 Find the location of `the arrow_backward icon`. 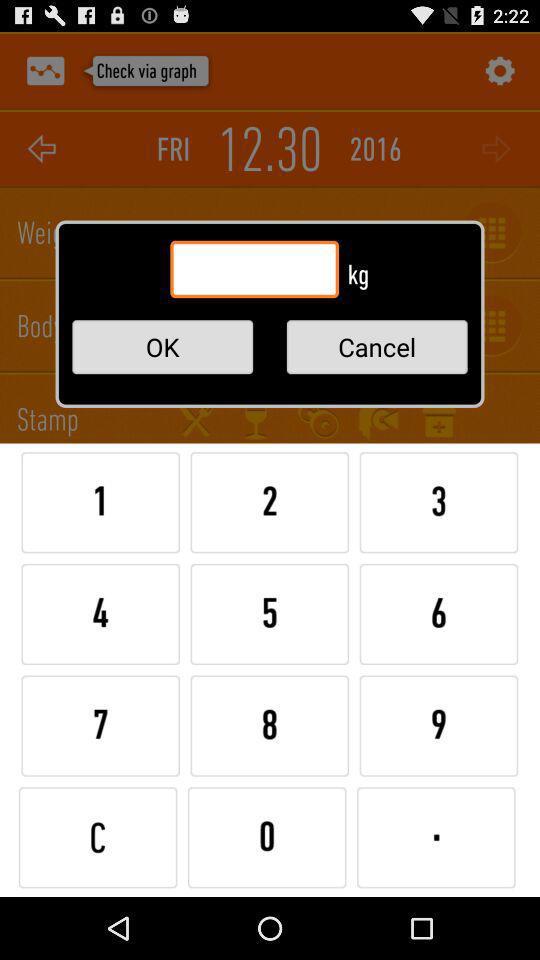

the arrow_backward icon is located at coordinates (41, 157).